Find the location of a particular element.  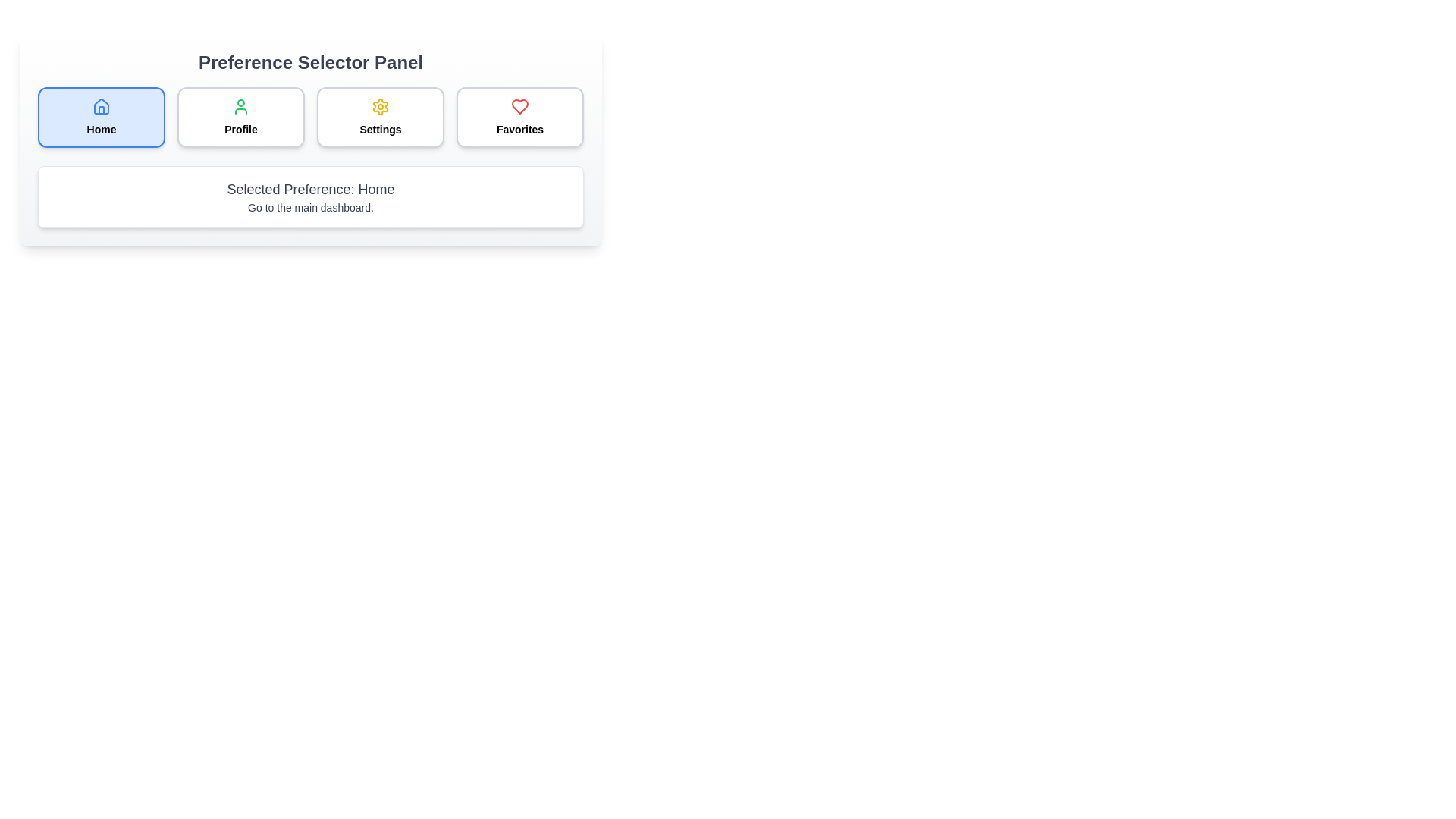

the 'Settings' text label, which is styled in a small bold font and is positioned beneath a gear icon, to the right of 'Profile' and to the left of 'Favorites' is located at coordinates (381, 128).